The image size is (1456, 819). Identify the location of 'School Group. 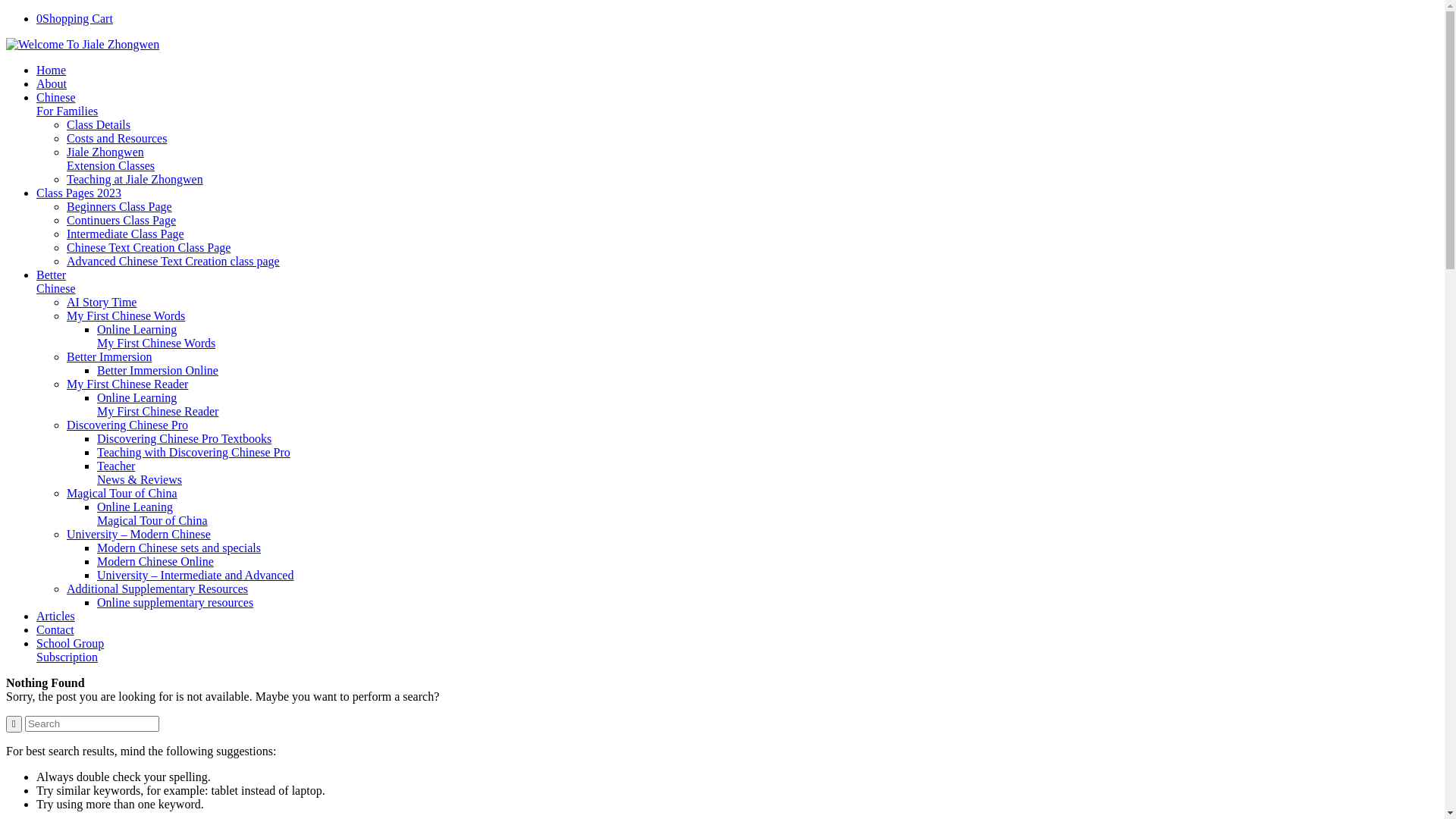
(69, 649).